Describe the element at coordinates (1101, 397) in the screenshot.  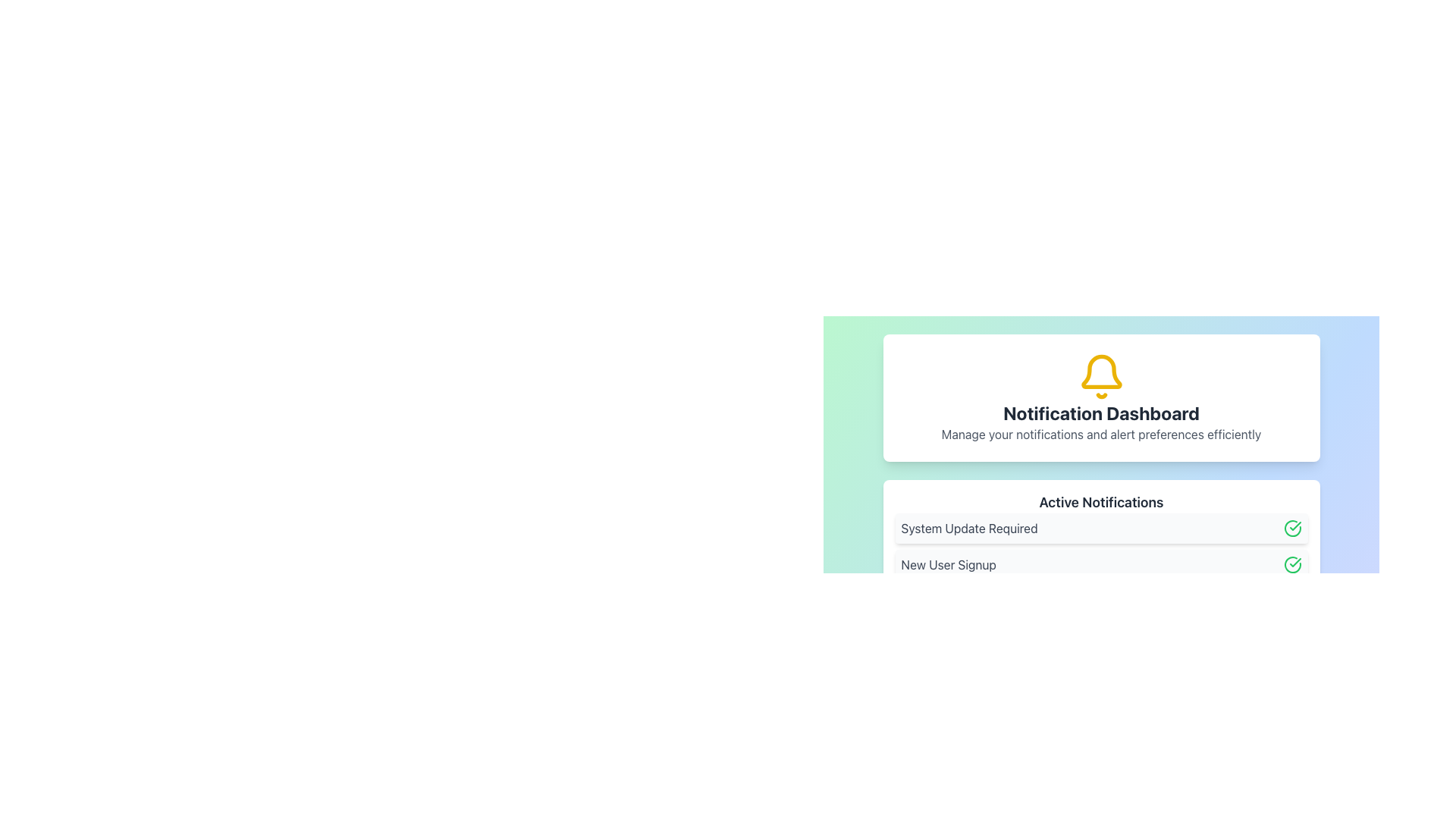
I see `displayed text from the Informational Card located at the top of the notification dashboard, which provides context for notification-related functionalities` at that location.